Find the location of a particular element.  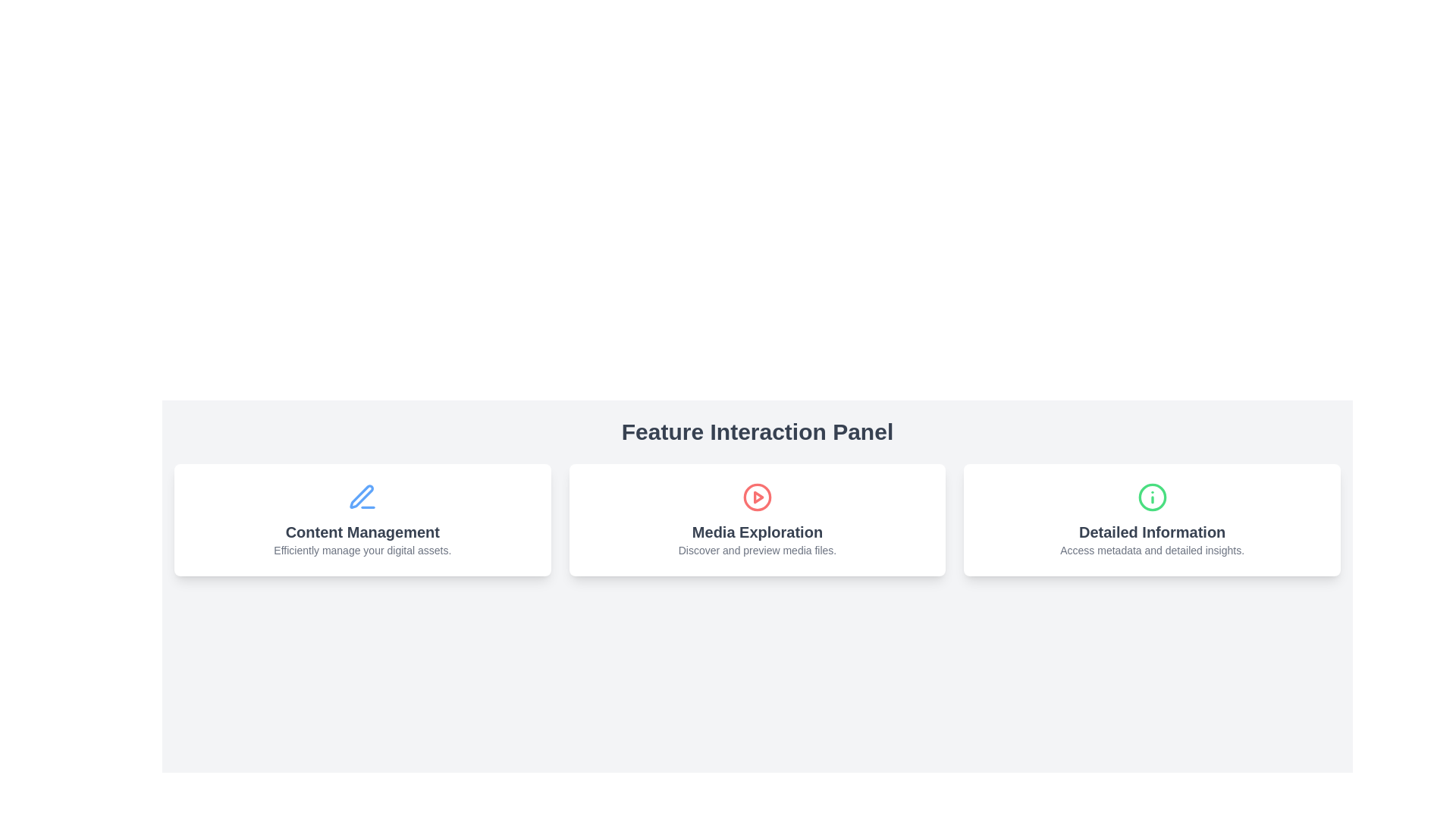

the bolded text label 'Media Exploration' within the central interactive panel under 'Feature Interaction Panel', which is styled in a larger font size and dark gray color is located at coordinates (757, 532).